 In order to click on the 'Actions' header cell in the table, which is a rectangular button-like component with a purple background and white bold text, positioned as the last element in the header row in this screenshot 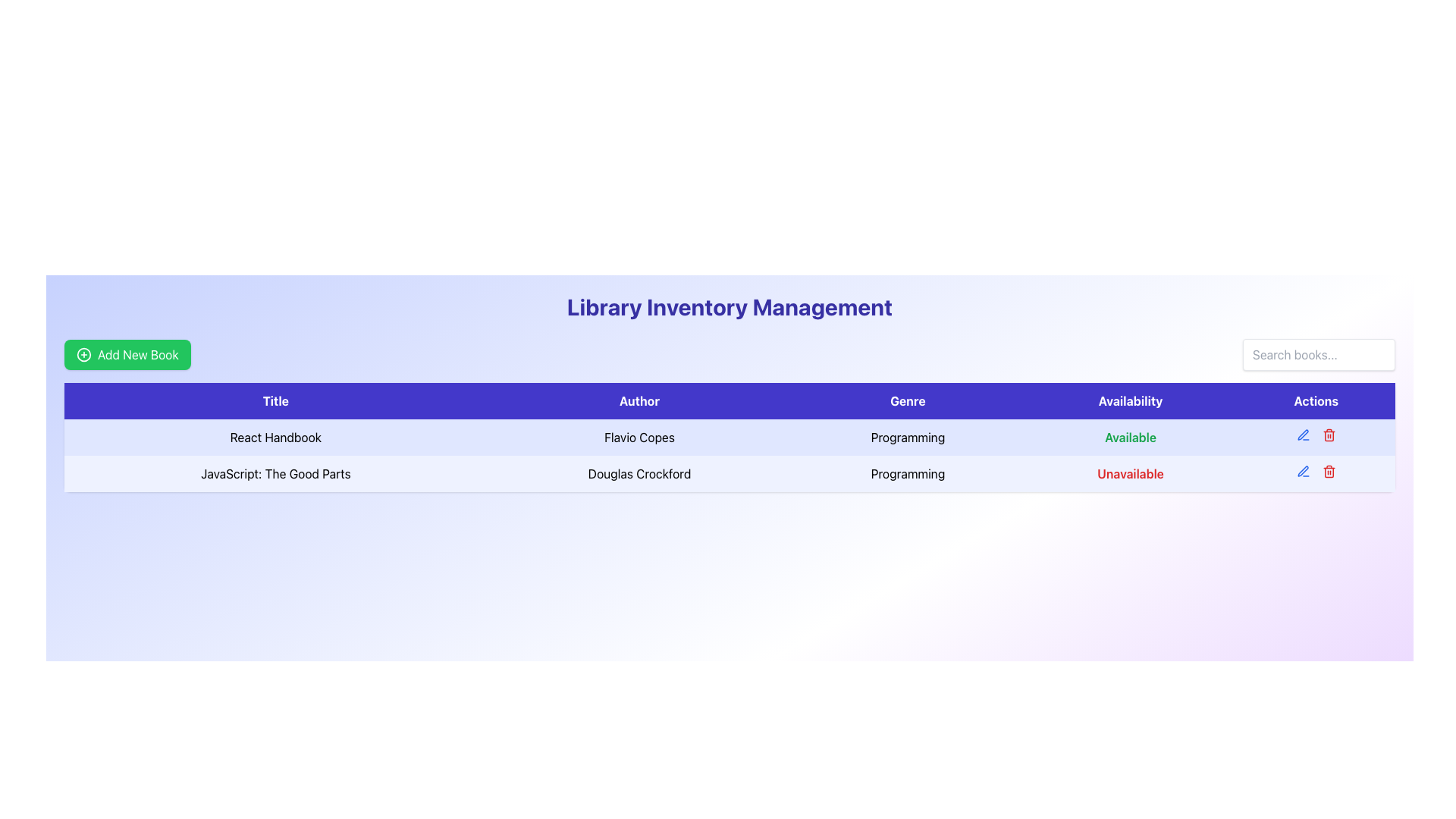, I will do `click(1315, 400)`.